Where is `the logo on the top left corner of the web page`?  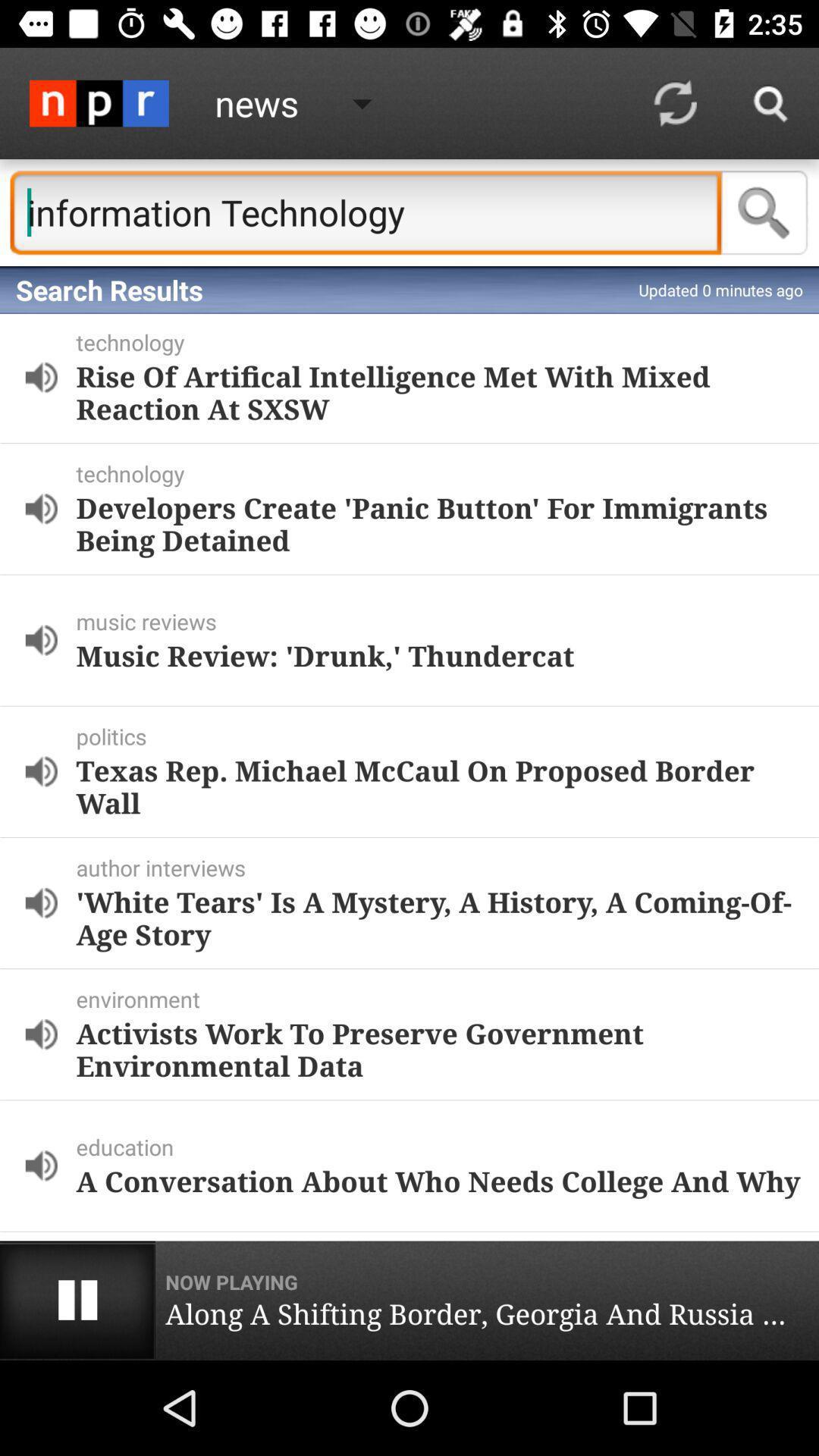
the logo on the top left corner of the web page is located at coordinates (99, 102).